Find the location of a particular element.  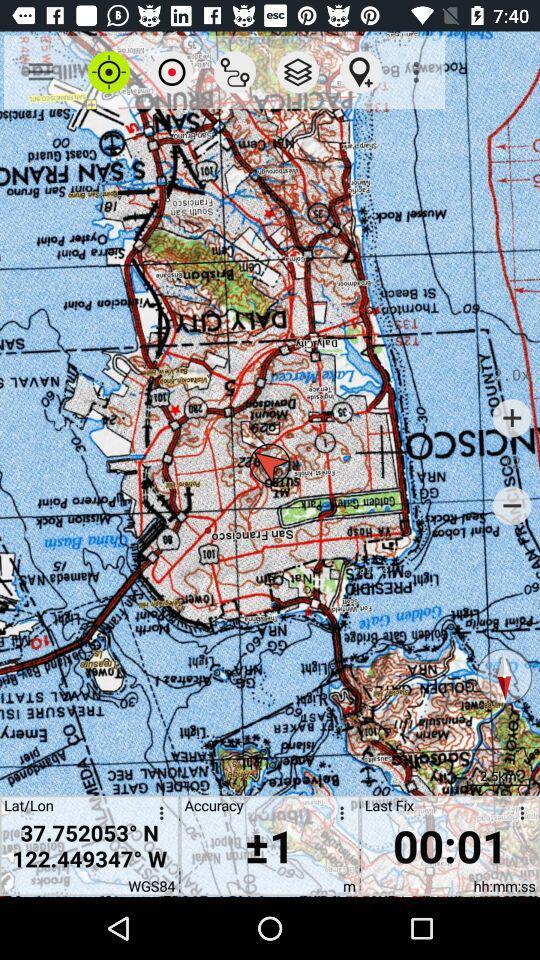

the more icon is located at coordinates (157, 816).